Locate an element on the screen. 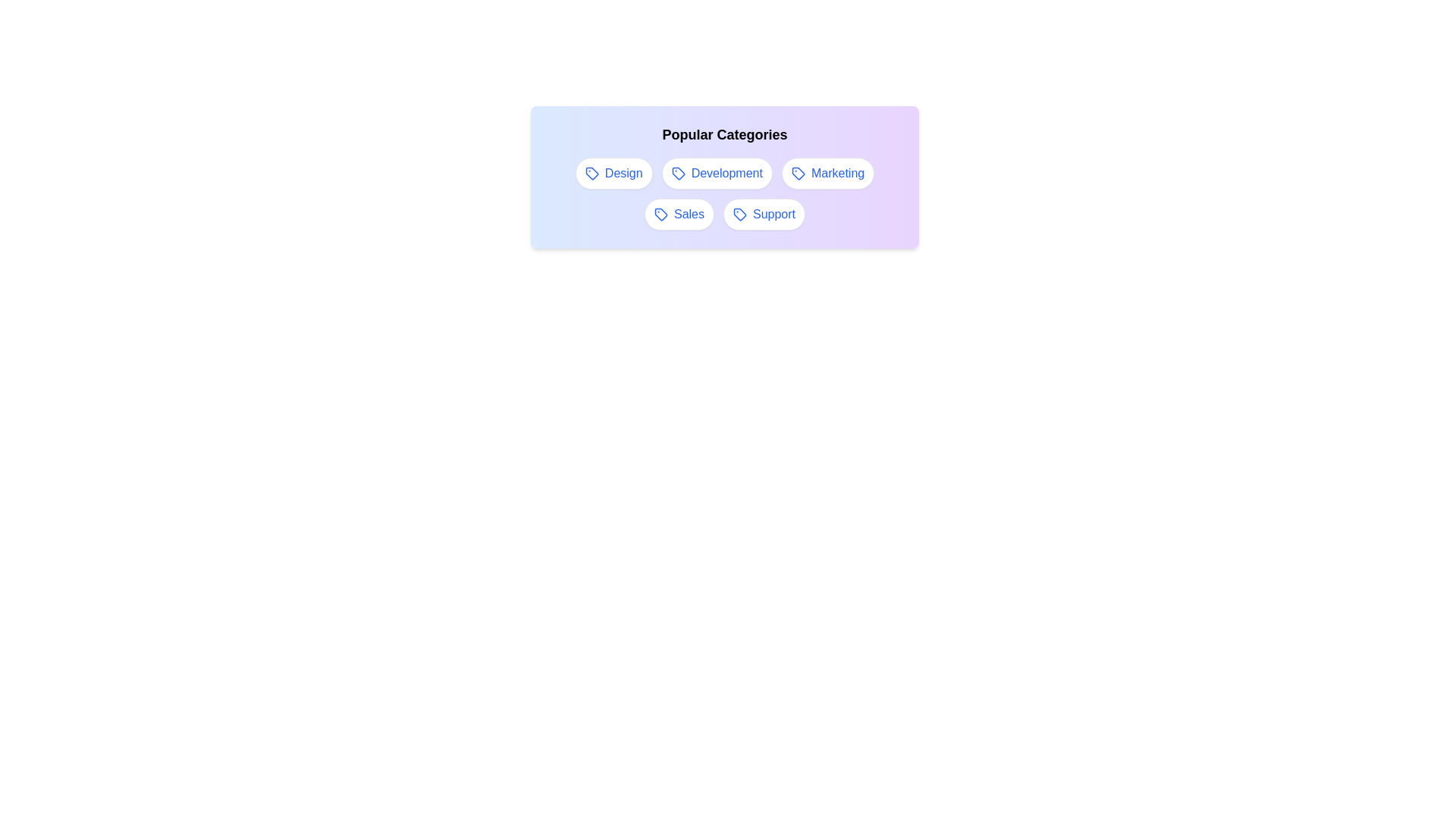 This screenshot has height=819, width=1456. the Development tag to select it is located at coordinates (716, 172).